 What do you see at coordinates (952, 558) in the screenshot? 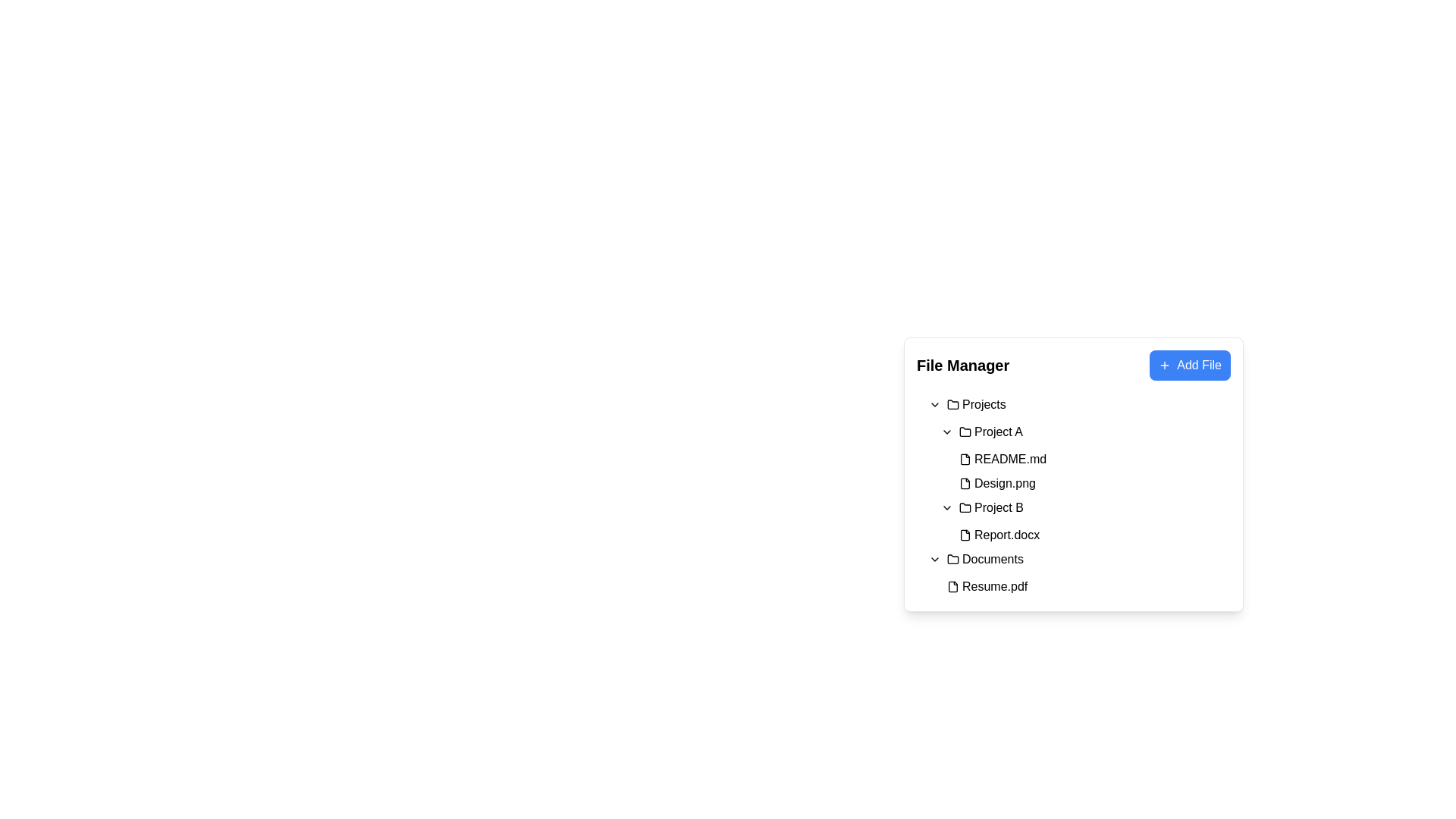
I see `the 'Documents' folder icon` at bounding box center [952, 558].